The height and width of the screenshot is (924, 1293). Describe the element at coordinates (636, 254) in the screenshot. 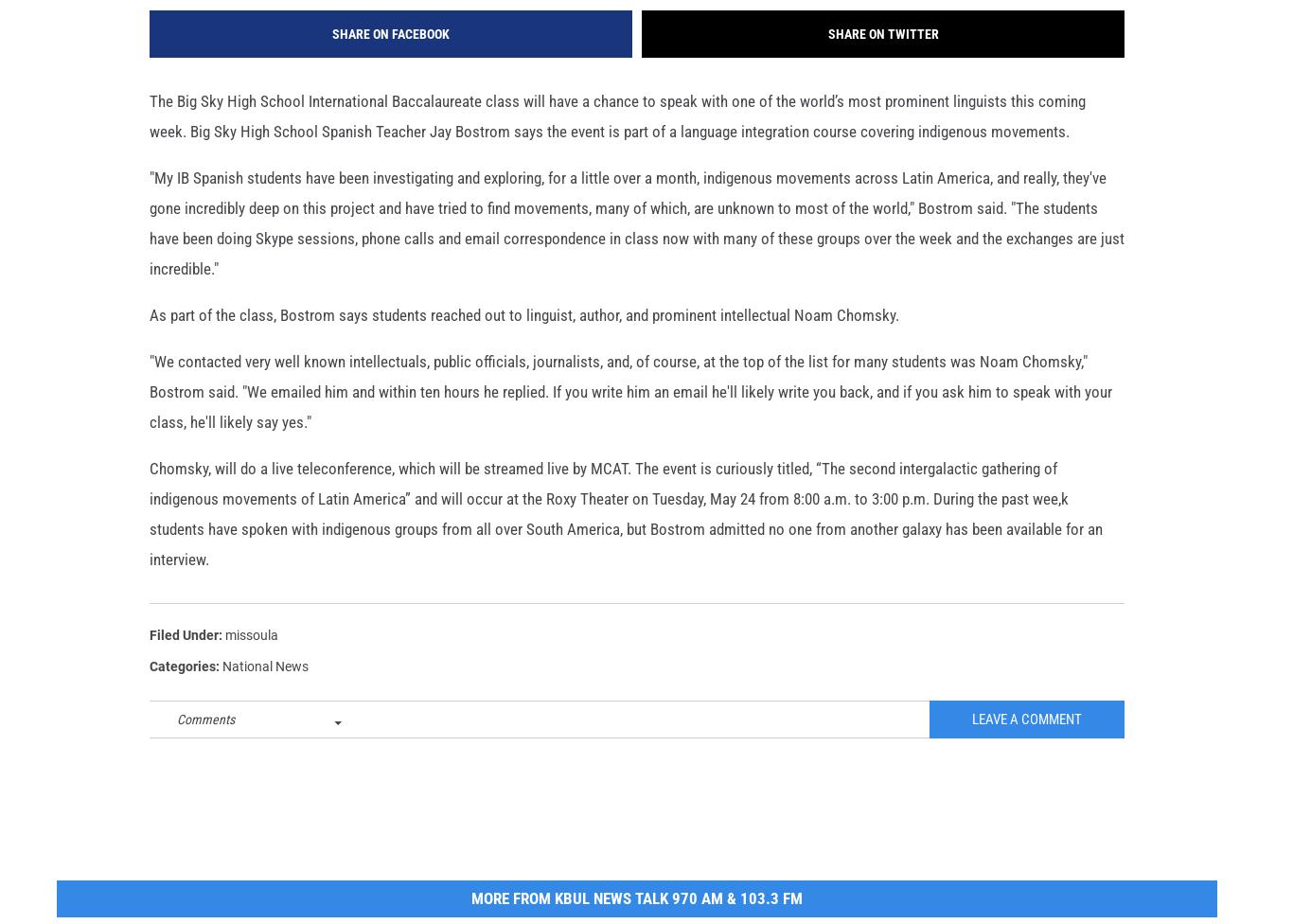

I see `'"My IB Spanish students have been investigating and exploring, for a little over a month, indigenous movements across Latin America, and really, they've gone incredibly deep on this project and have tried to find movements, many of which, are unknown to most of the world," Bostrom said. "The students have been doing Skype sessions, phone calls and email correspondence in class now with many of these groups over the week and the exchanges are just incredible."'` at that location.